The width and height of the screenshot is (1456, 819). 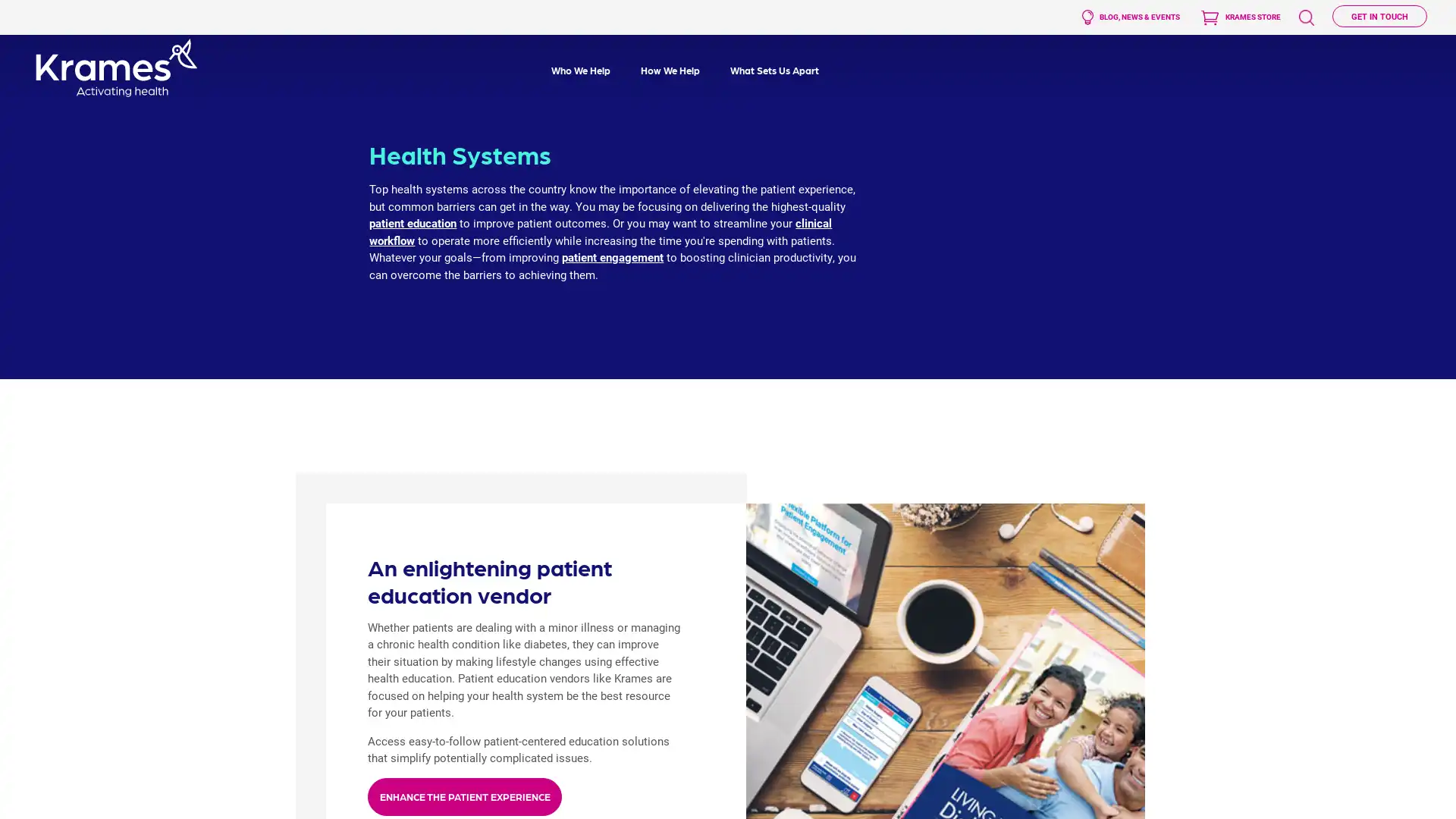 What do you see at coordinates (650, 659) in the screenshot?
I see `Submit` at bounding box center [650, 659].